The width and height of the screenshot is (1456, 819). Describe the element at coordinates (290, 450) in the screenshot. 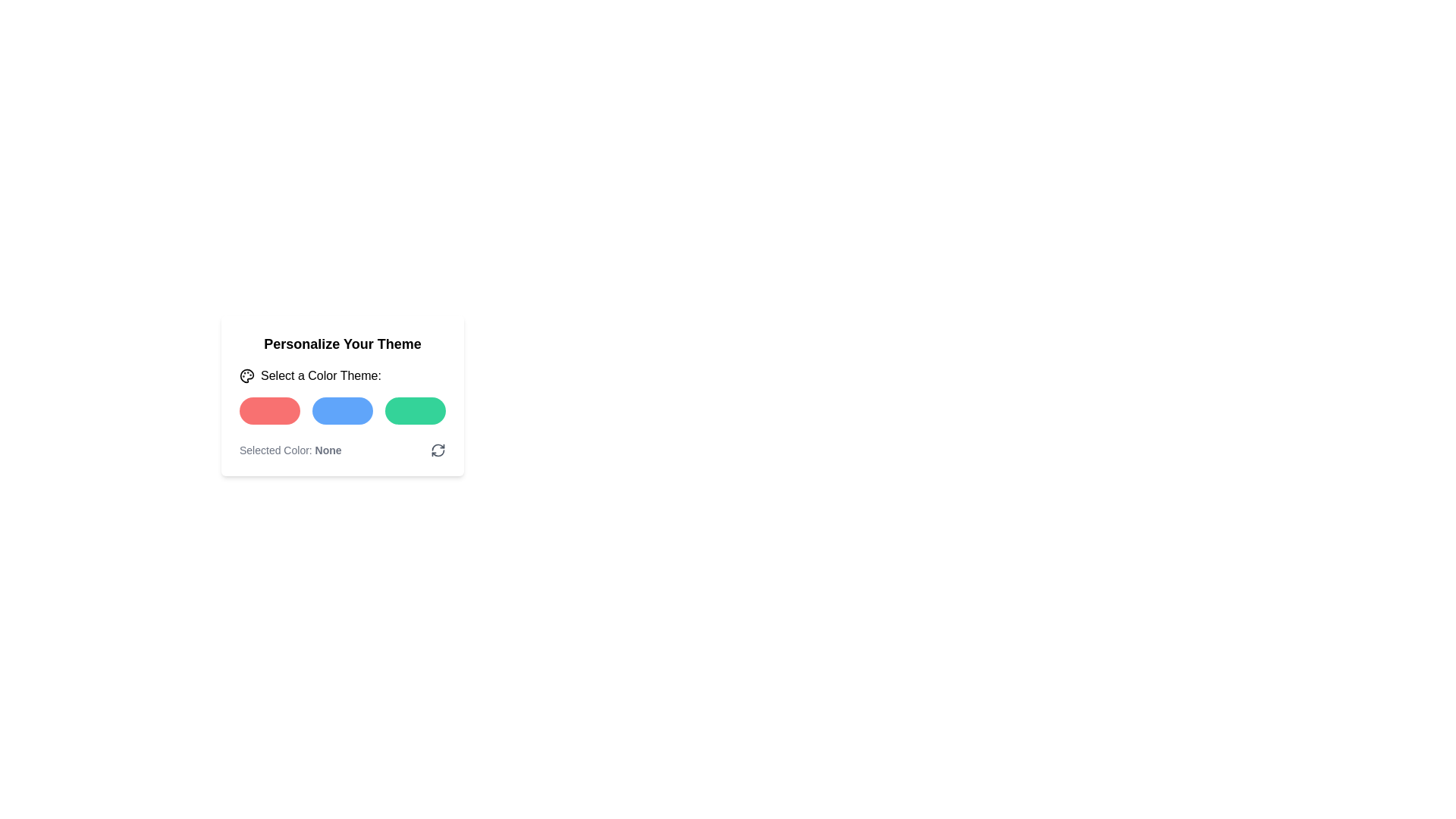

I see `the text label that indicates the currently selected color, which displays 'None' and is located below the color theme buttons and to the left of a refresh icon` at that location.